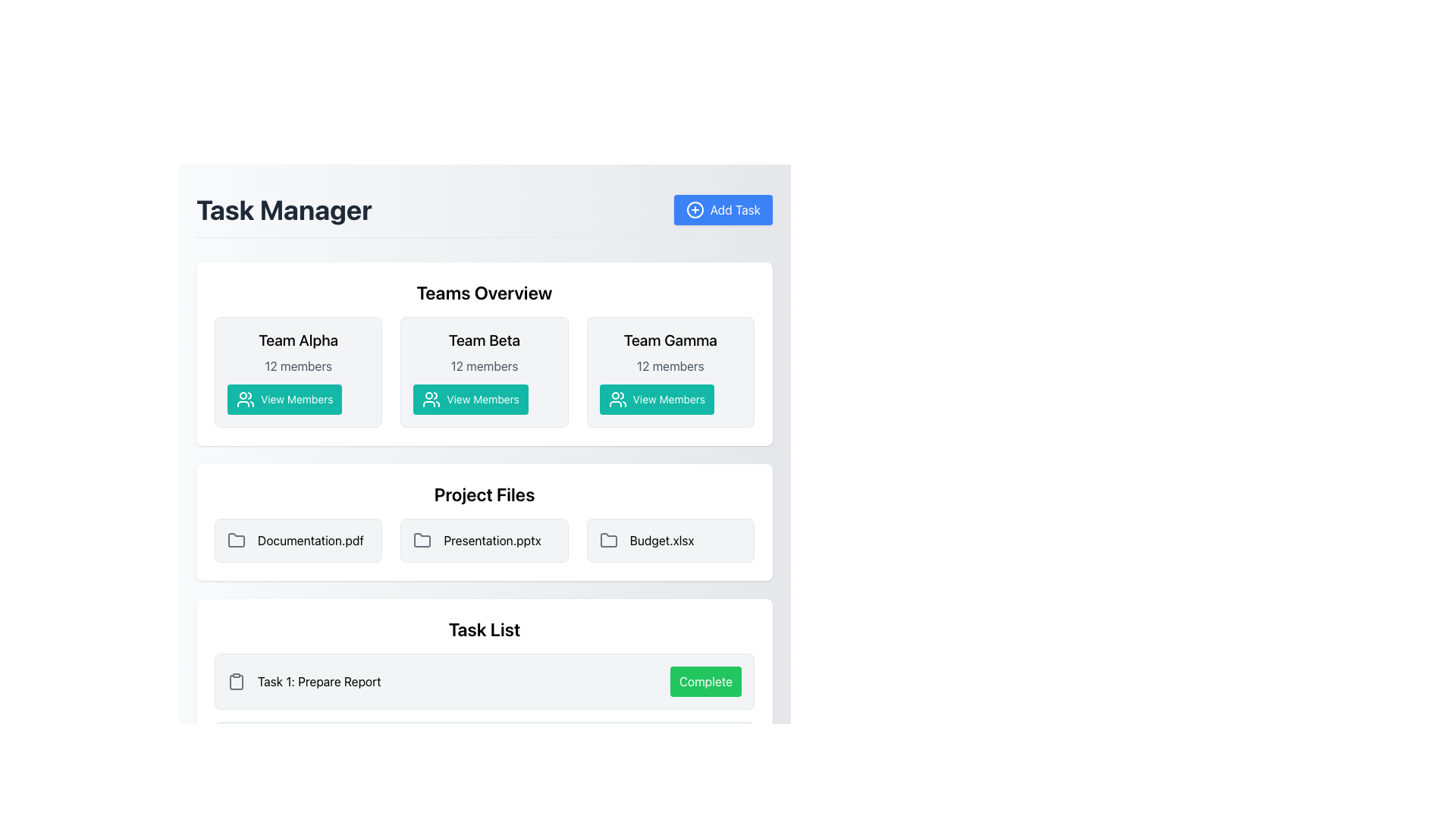 This screenshot has height=819, width=1456. What do you see at coordinates (298, 339) in the screenshot?
I see `and understand the text displaying the team name located at the top of the card, above the team members line and the 'View Members' button` at bounding box center [298, 339].